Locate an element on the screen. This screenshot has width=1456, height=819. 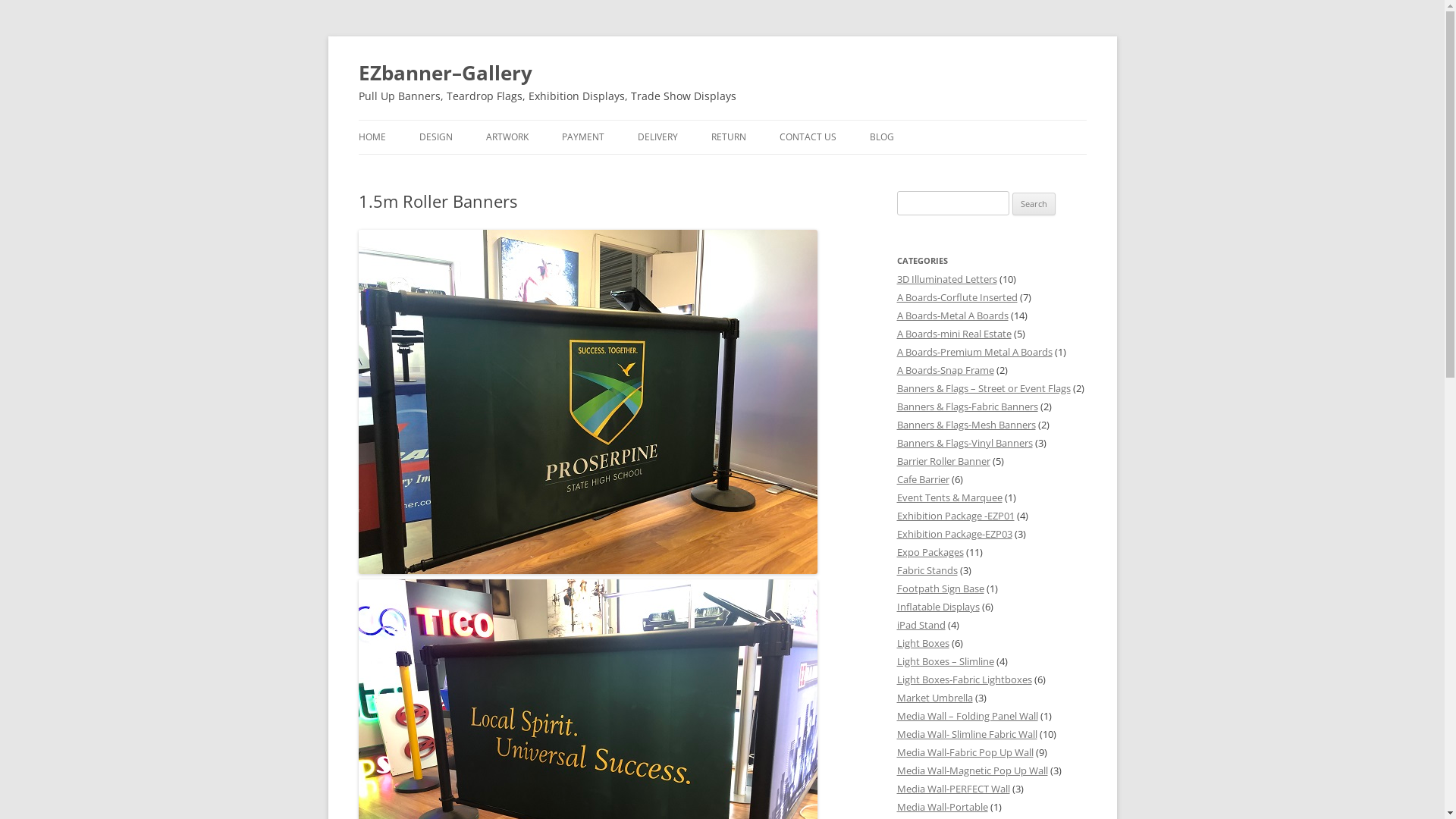
'A Boards-Snap Frame' is located at coordinates (944, 370).